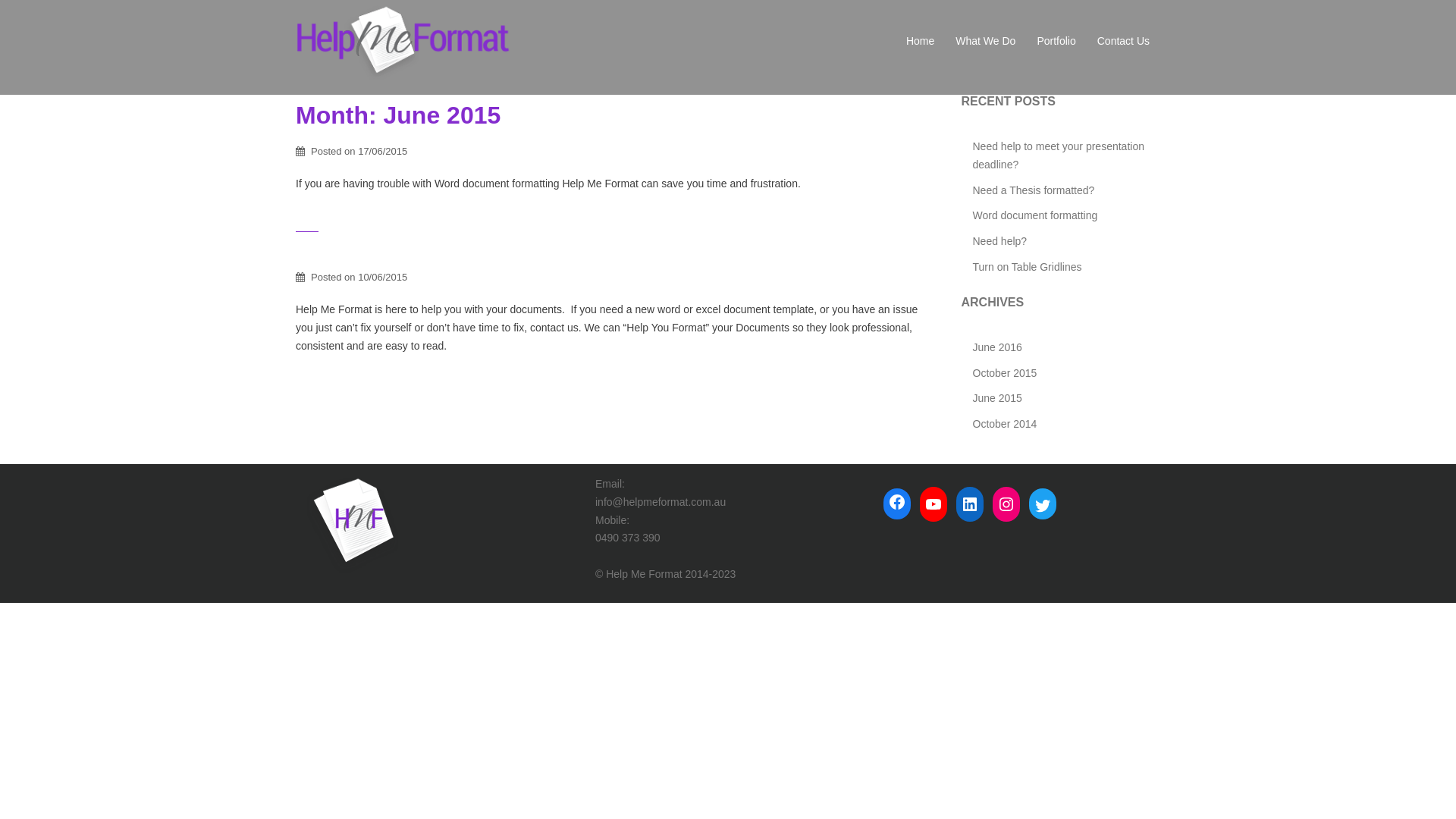 The width and height of the screenshot is (1456, 819). I want to click on 'What We Do', so click(985, 40).